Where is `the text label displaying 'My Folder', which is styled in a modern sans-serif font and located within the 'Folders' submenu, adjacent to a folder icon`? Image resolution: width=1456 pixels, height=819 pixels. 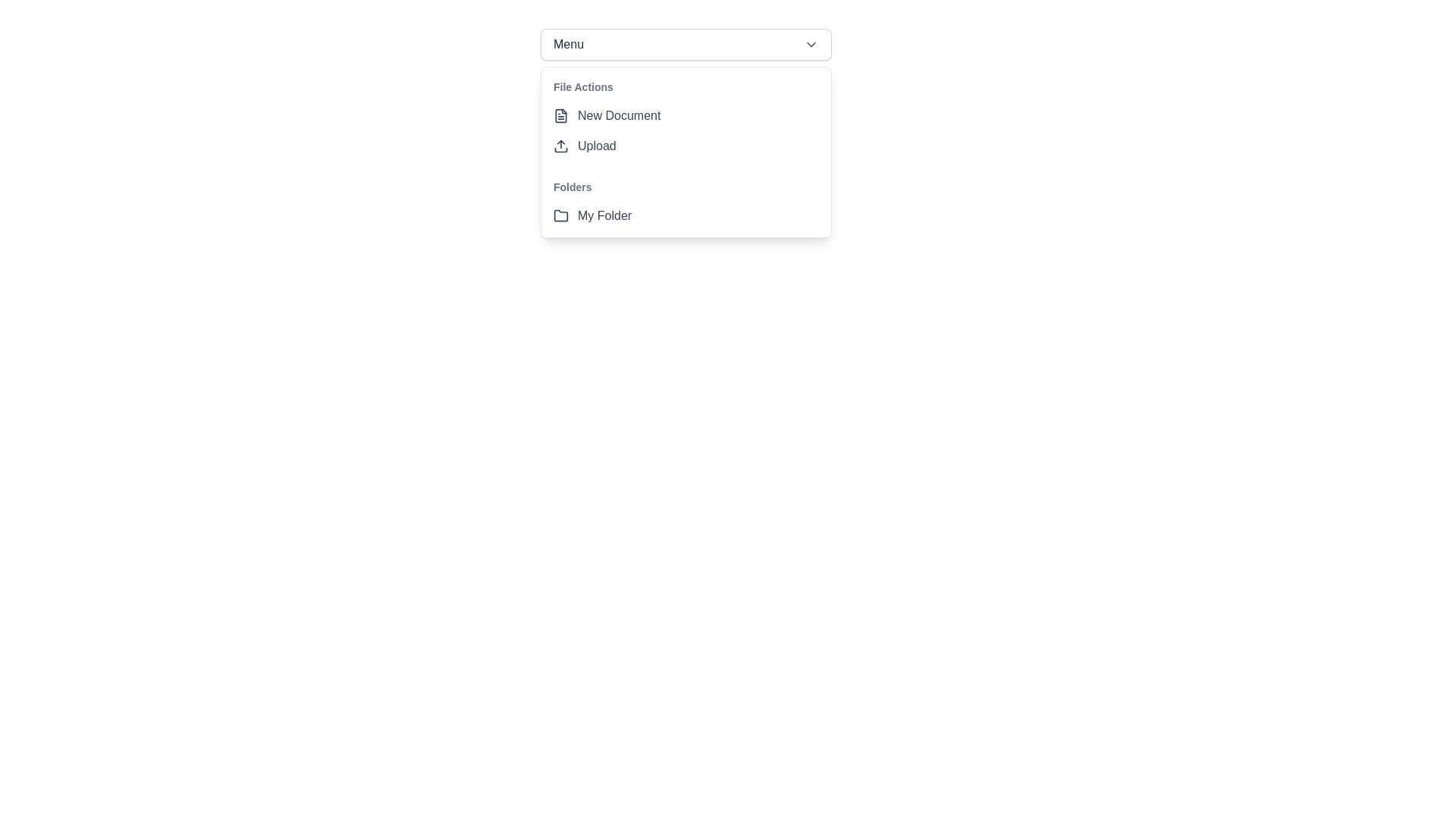 the text label displaying 'My Folder', which is styled in a modern sans-serif font and located within the 'Folders' submenu, adjacent to a folder icon is located at coordinates (604, 216).